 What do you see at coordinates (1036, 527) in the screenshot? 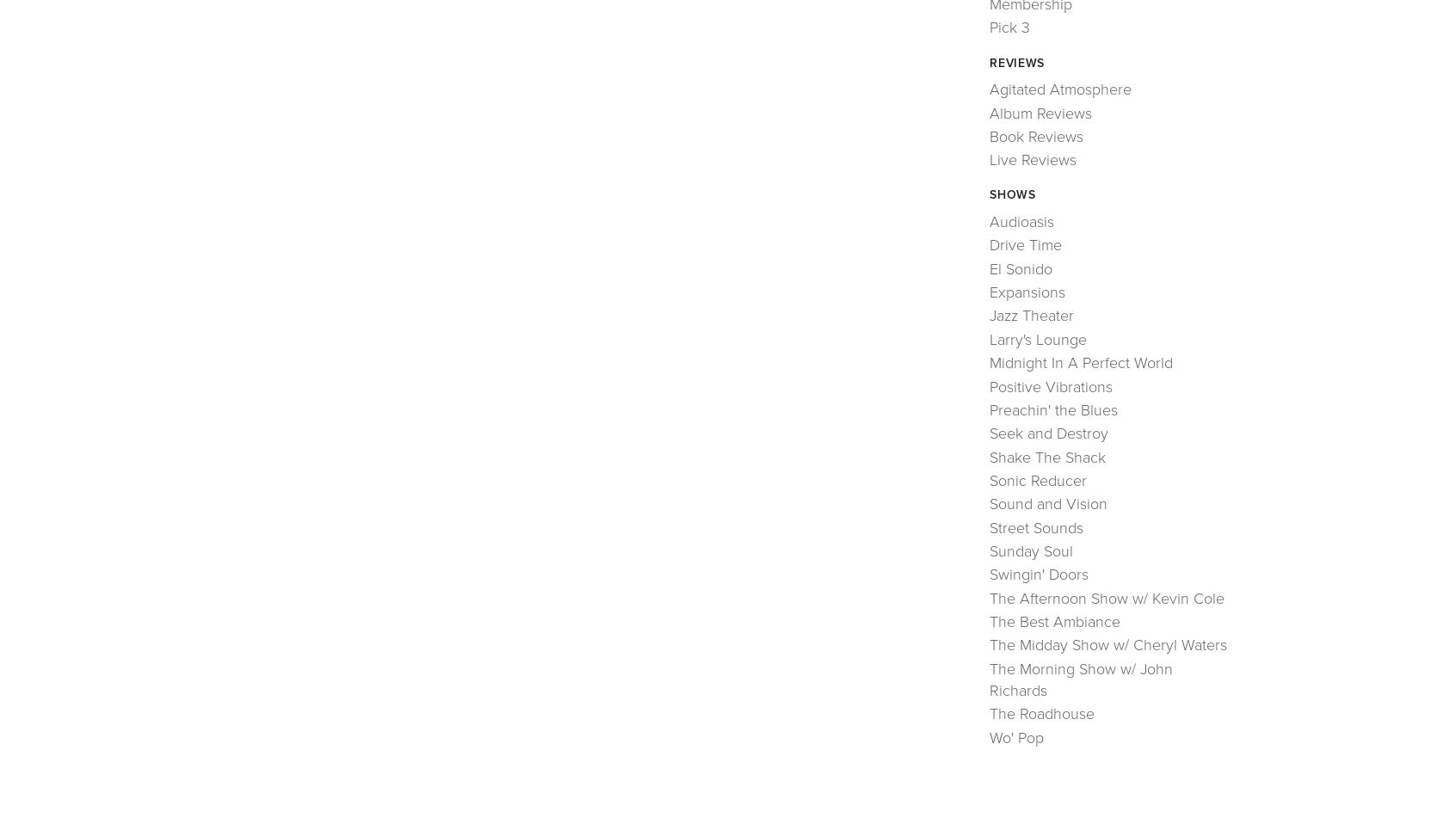
I see `'Street Sounds'` at bounding box center [1036, 527].